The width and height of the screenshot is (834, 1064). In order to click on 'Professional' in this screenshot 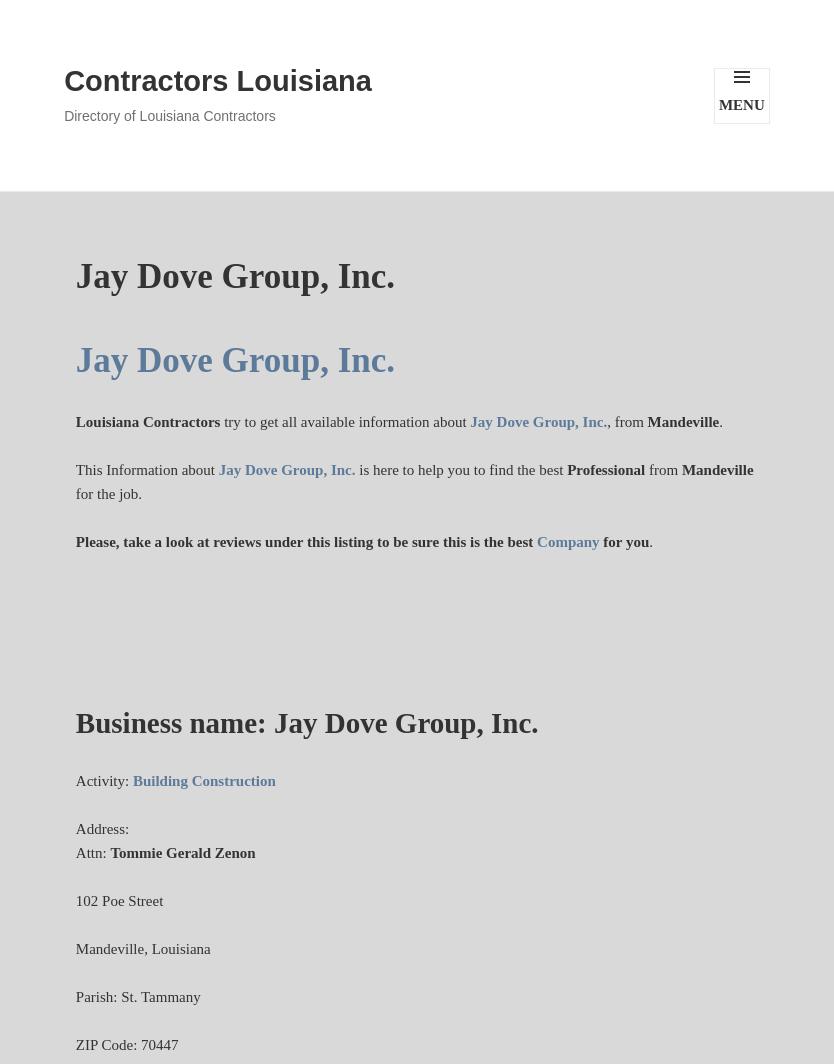, I will do `click(567, 469)`.